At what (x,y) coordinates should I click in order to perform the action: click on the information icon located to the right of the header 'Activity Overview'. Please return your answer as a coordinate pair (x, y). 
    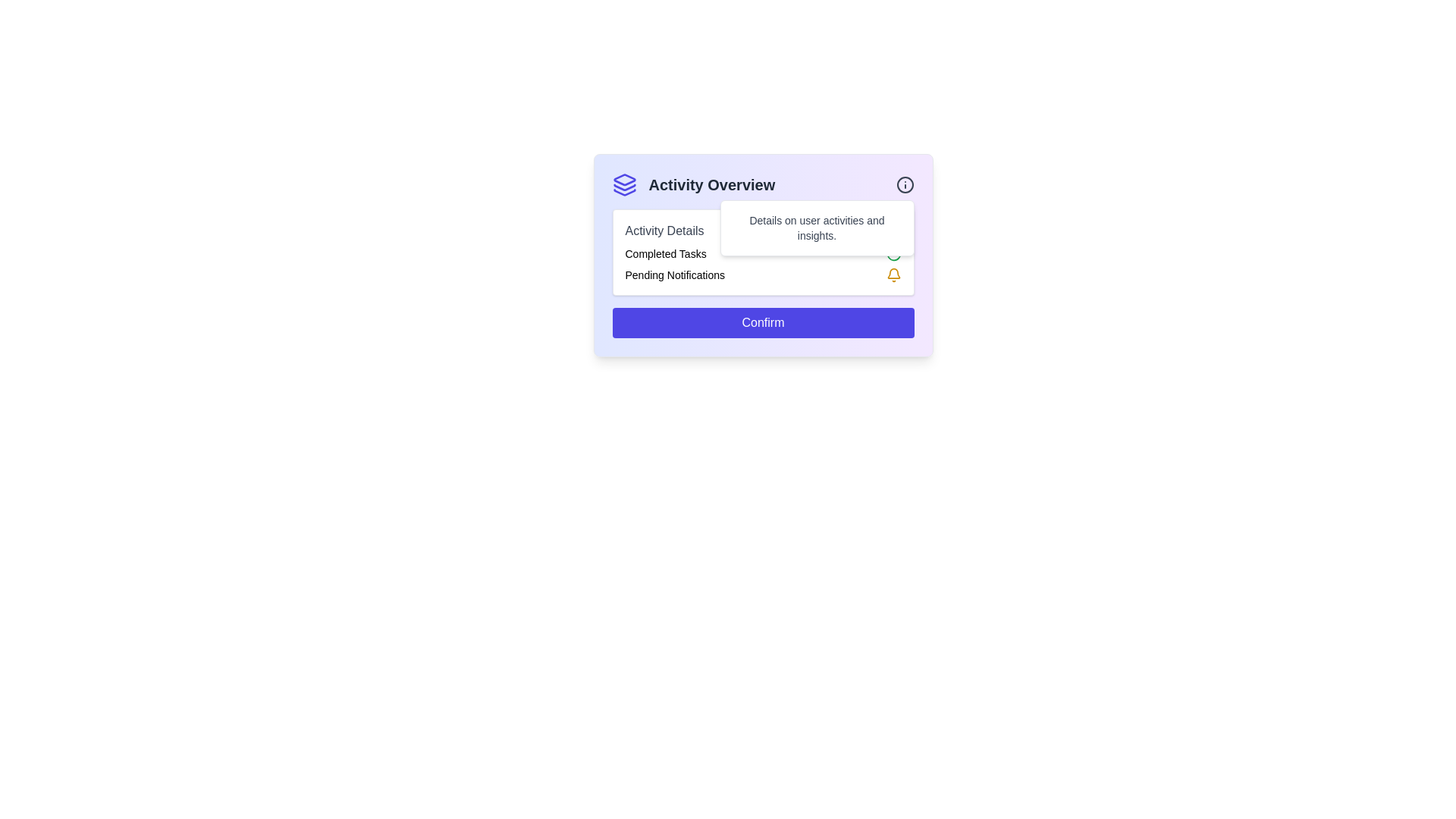
    Looking at the image, I should click on (905, 184).